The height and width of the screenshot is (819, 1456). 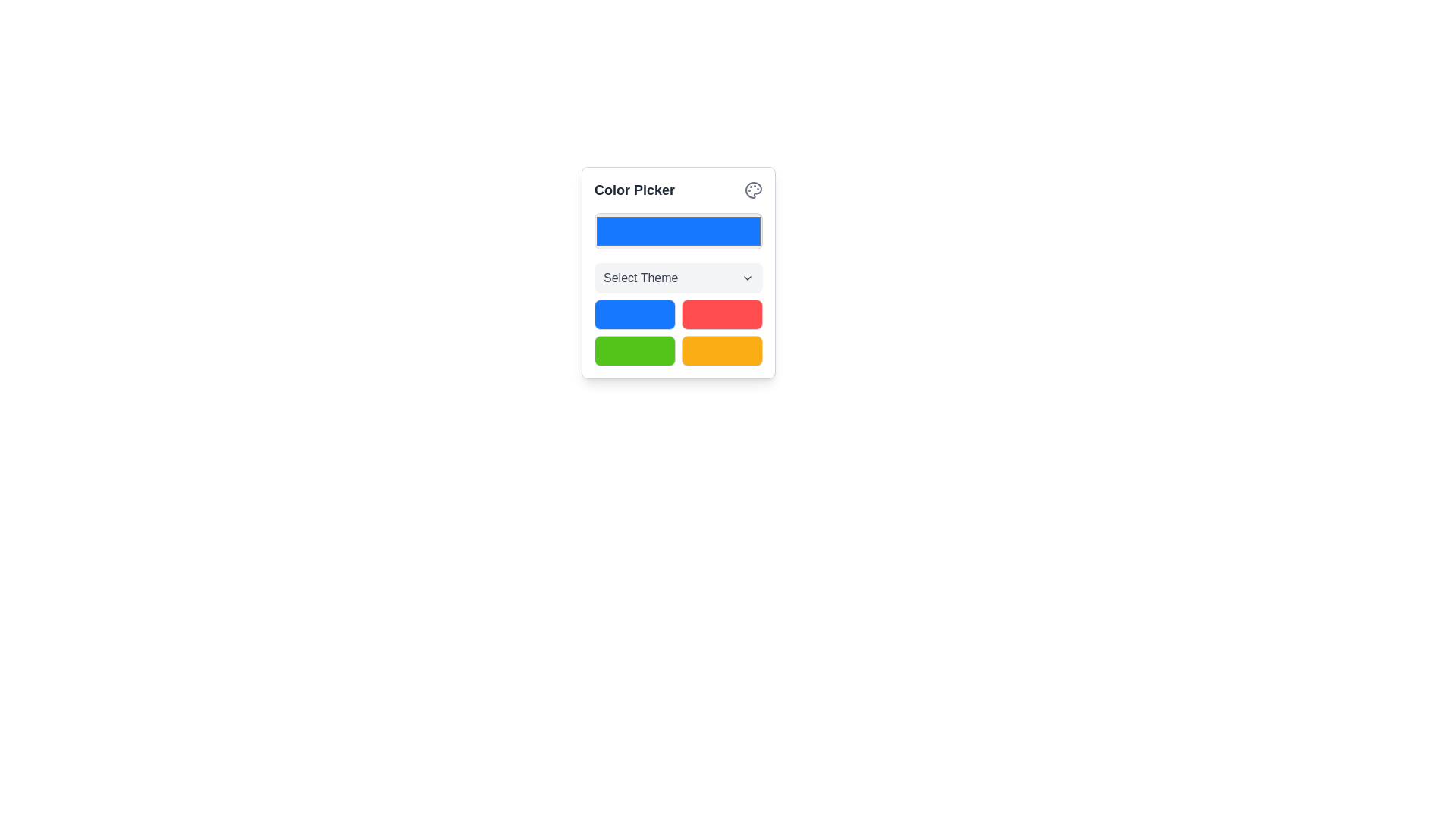 I want to click on the green rectangular button with rounded corners located in the bottom-left position of the grid, so click(x=635, y=350).